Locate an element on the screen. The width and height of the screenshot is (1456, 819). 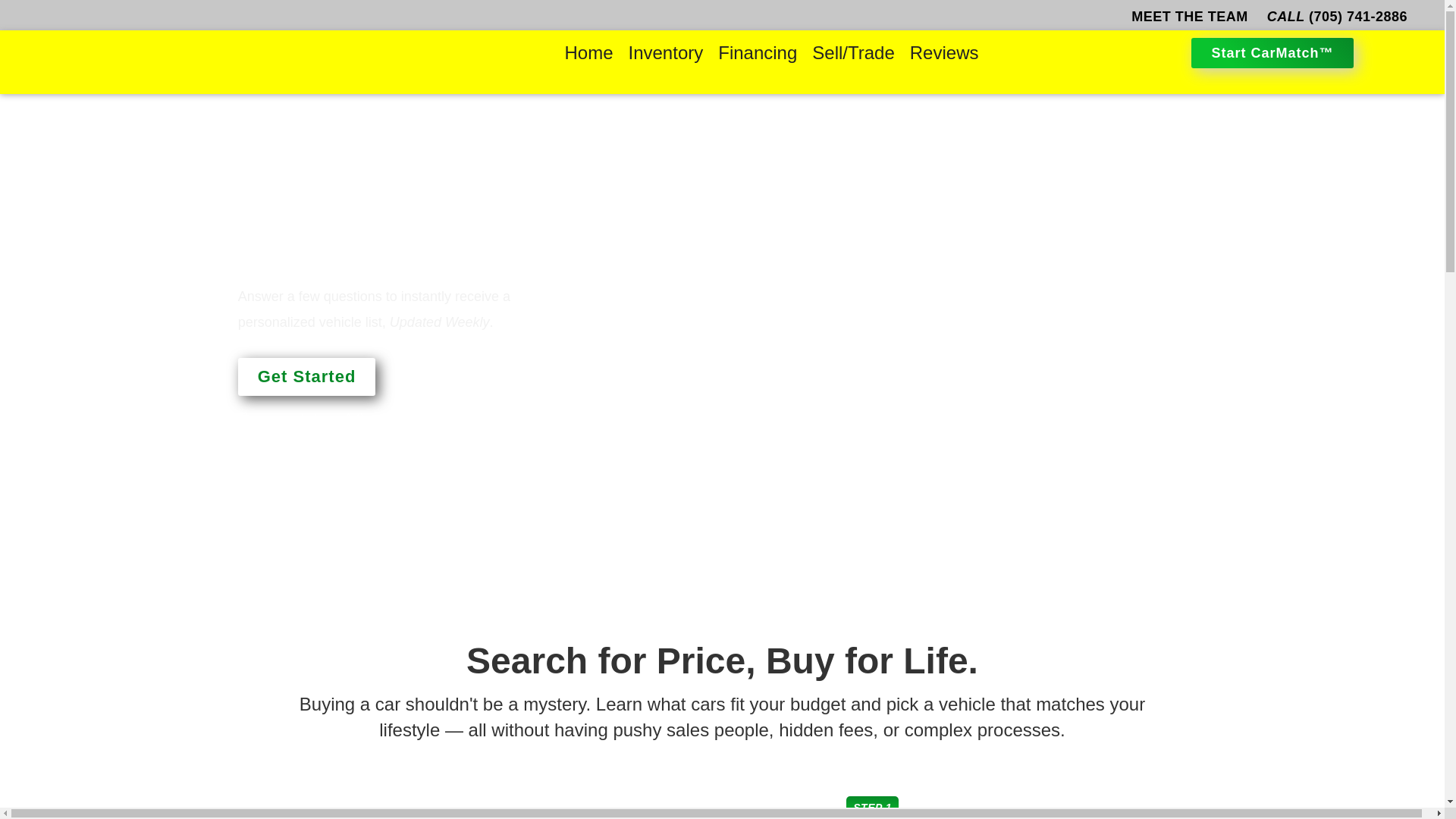
'Financing' is located at coordinates (709, 52).